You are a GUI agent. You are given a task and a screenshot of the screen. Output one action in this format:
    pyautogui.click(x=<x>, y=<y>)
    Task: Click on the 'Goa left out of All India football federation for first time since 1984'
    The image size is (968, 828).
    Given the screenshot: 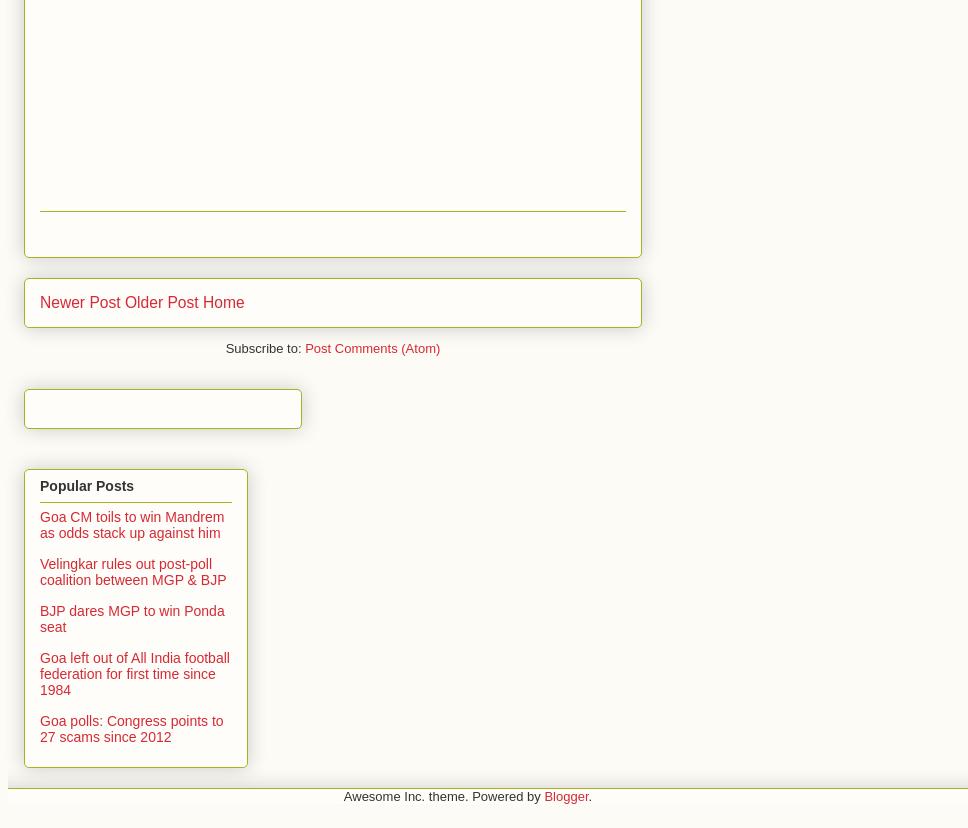 What is the action you would take?
    pyautogui.click(x=39, y=672)
    